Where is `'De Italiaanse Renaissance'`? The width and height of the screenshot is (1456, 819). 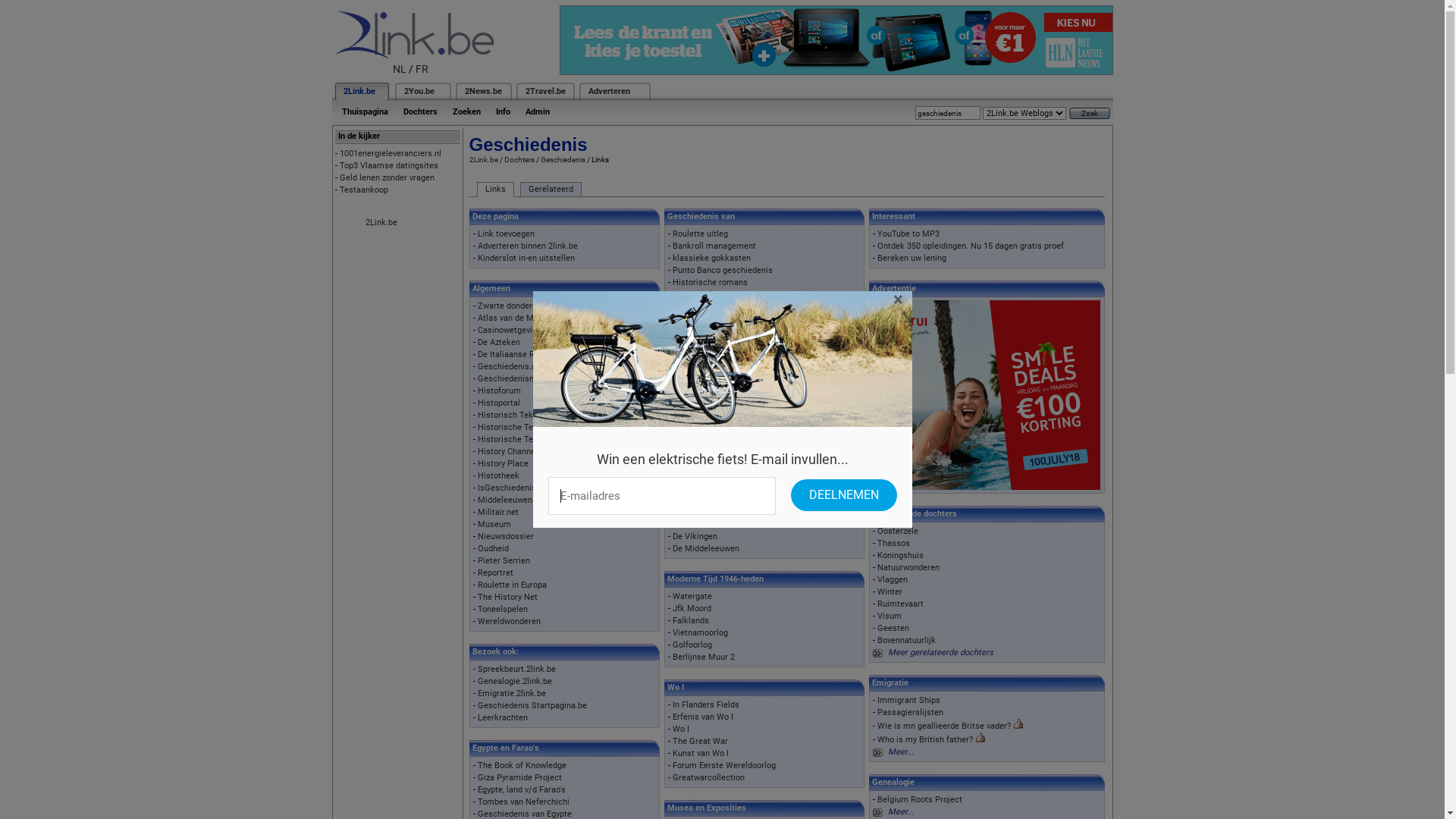 'De Italiaanse Renaissance' is located at coordinates (528, 354).